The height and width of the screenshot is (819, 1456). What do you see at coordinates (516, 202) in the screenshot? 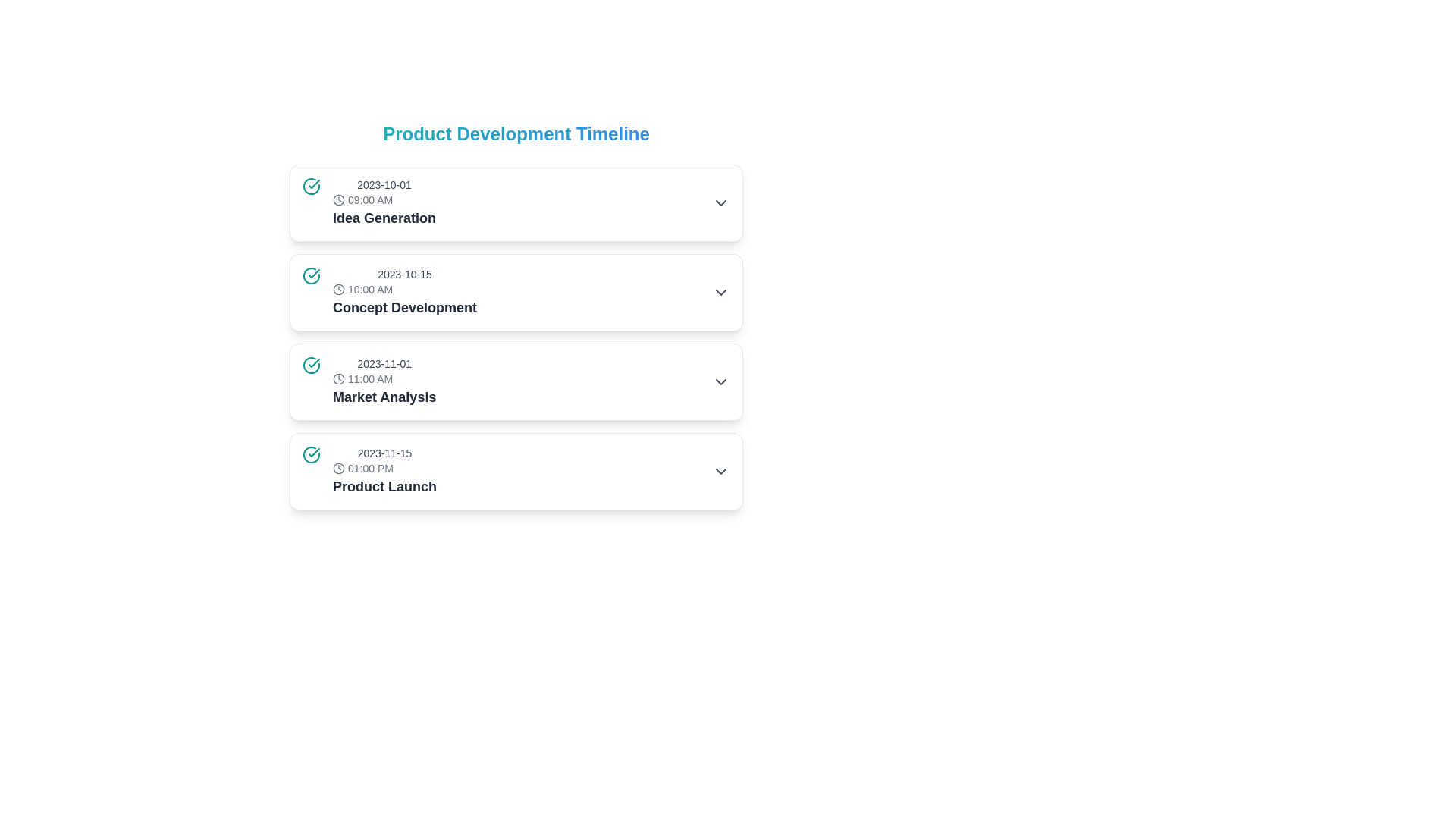
I see `on the first card in the vertical stack representing the timeline, which contains the title 'Idea Generation' and a date of '2023-10-01 09:00 AM'` at bounding box center [516, 202].